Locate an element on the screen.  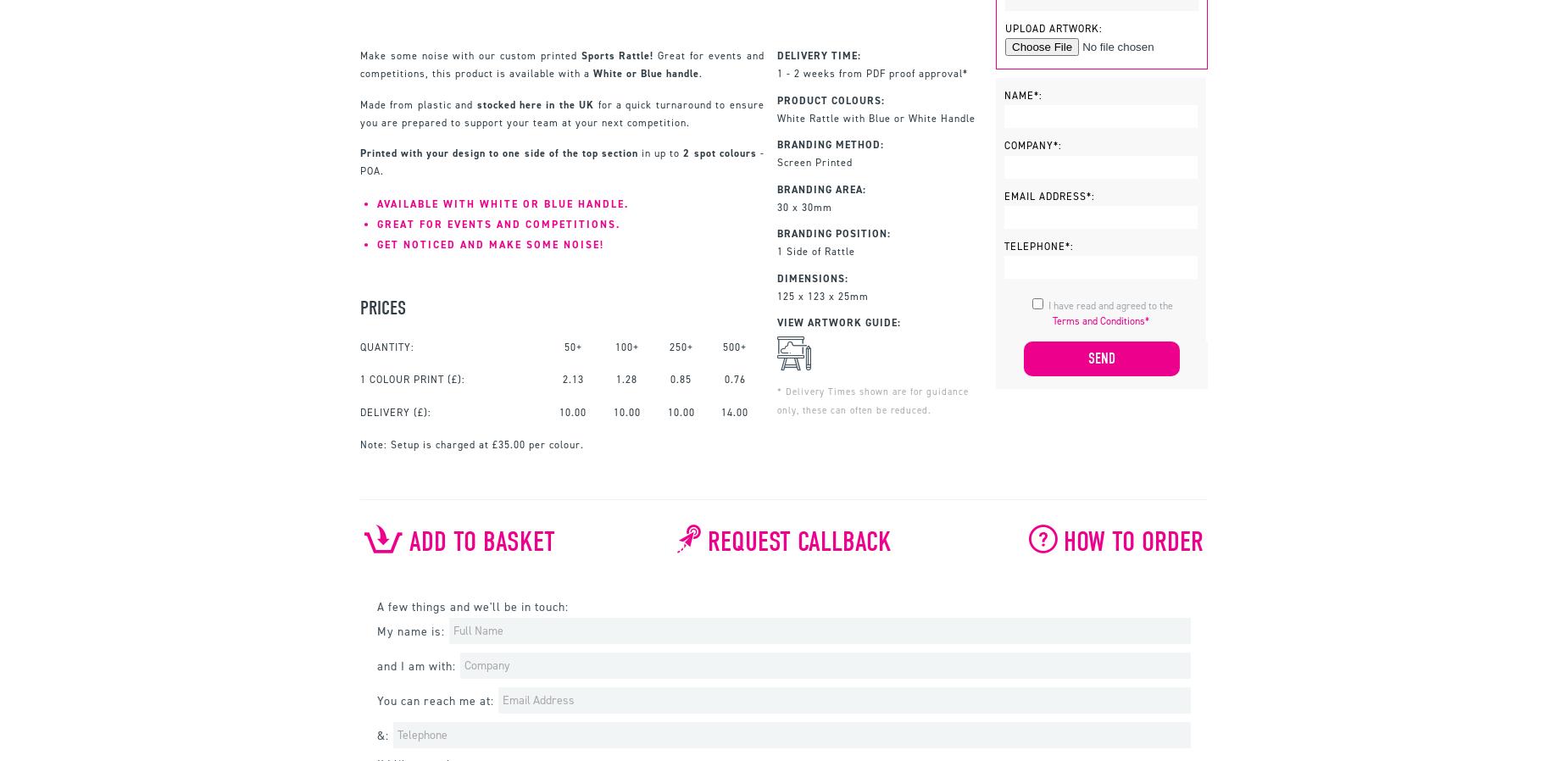
'Made from plastic and' is located at coordinates (418, 103).